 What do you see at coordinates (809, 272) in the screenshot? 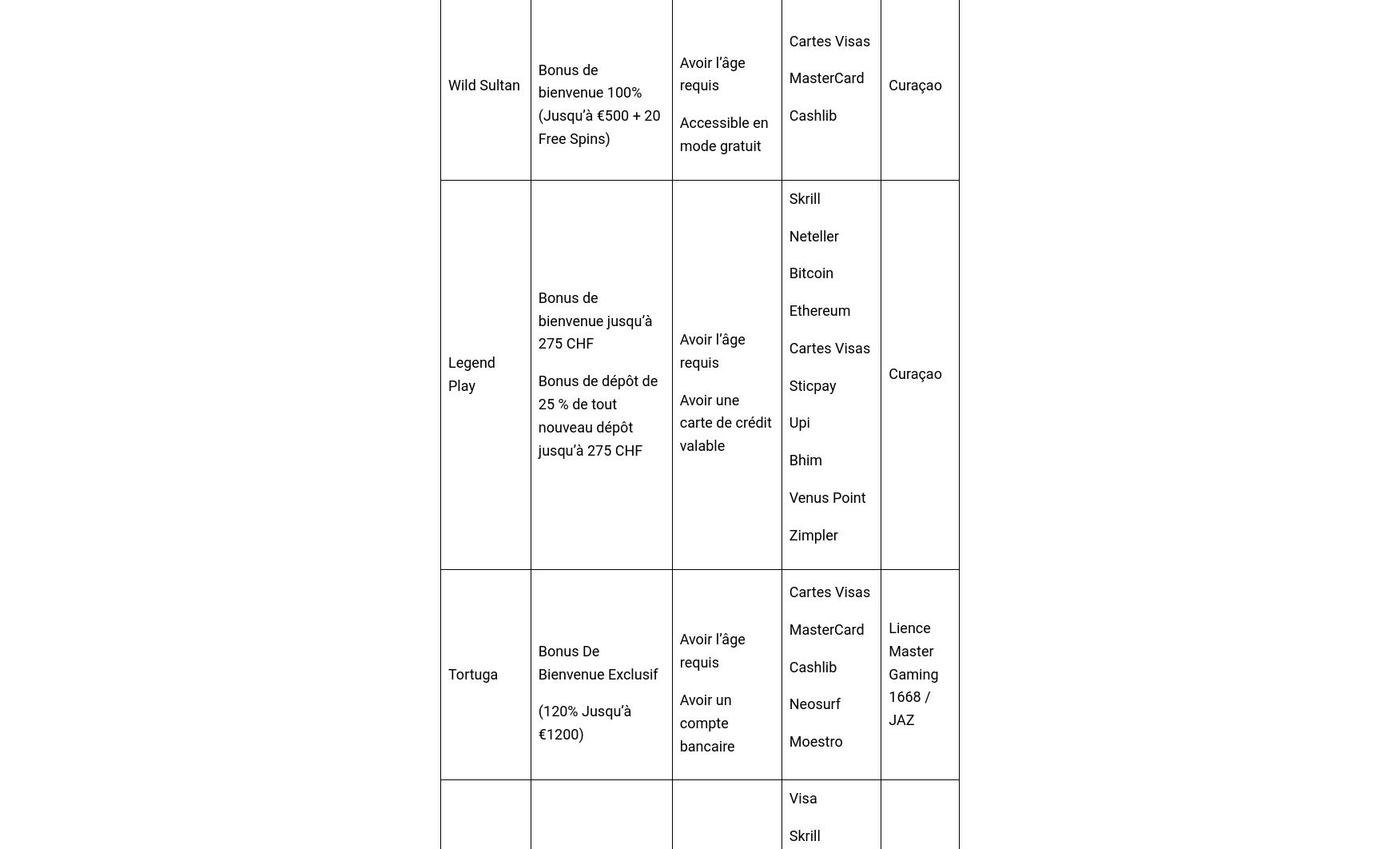
I see `'Bitcoin'` at bounding box center [809, 272].